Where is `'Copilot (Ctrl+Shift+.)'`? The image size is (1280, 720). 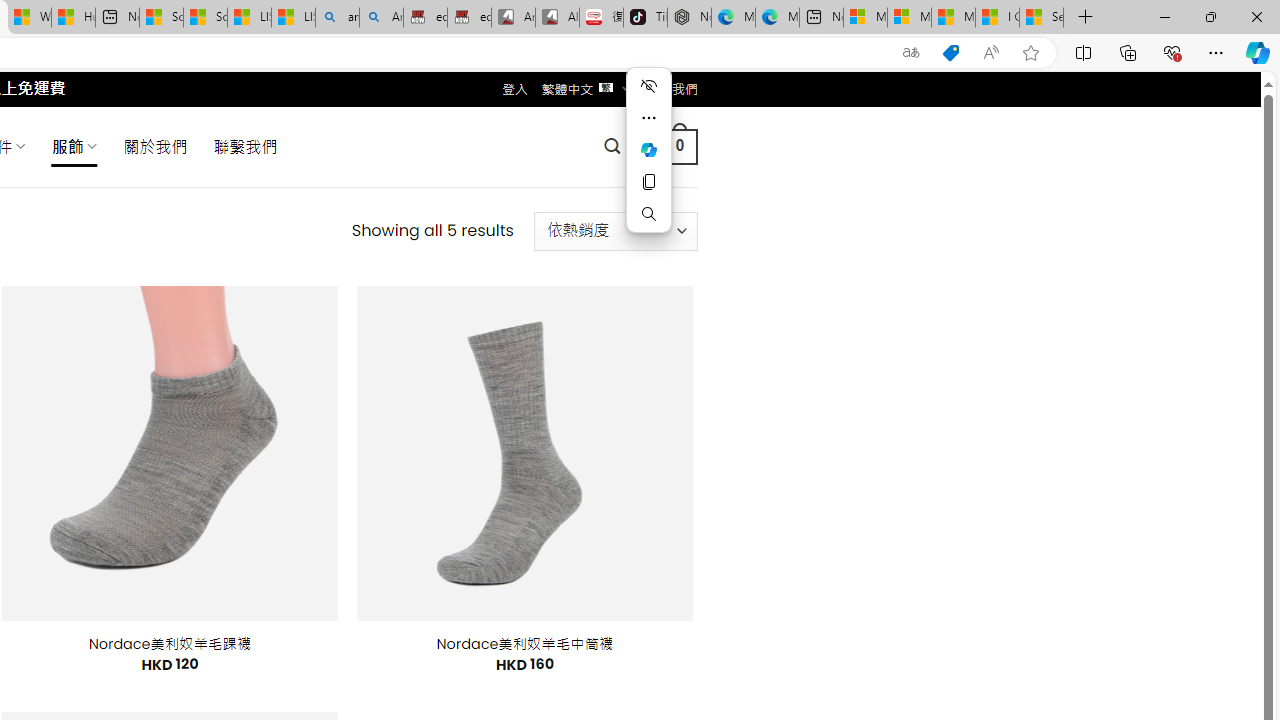 'Copilot (Ctrl+Shift+.)' is located at coordinates (1257, 51).